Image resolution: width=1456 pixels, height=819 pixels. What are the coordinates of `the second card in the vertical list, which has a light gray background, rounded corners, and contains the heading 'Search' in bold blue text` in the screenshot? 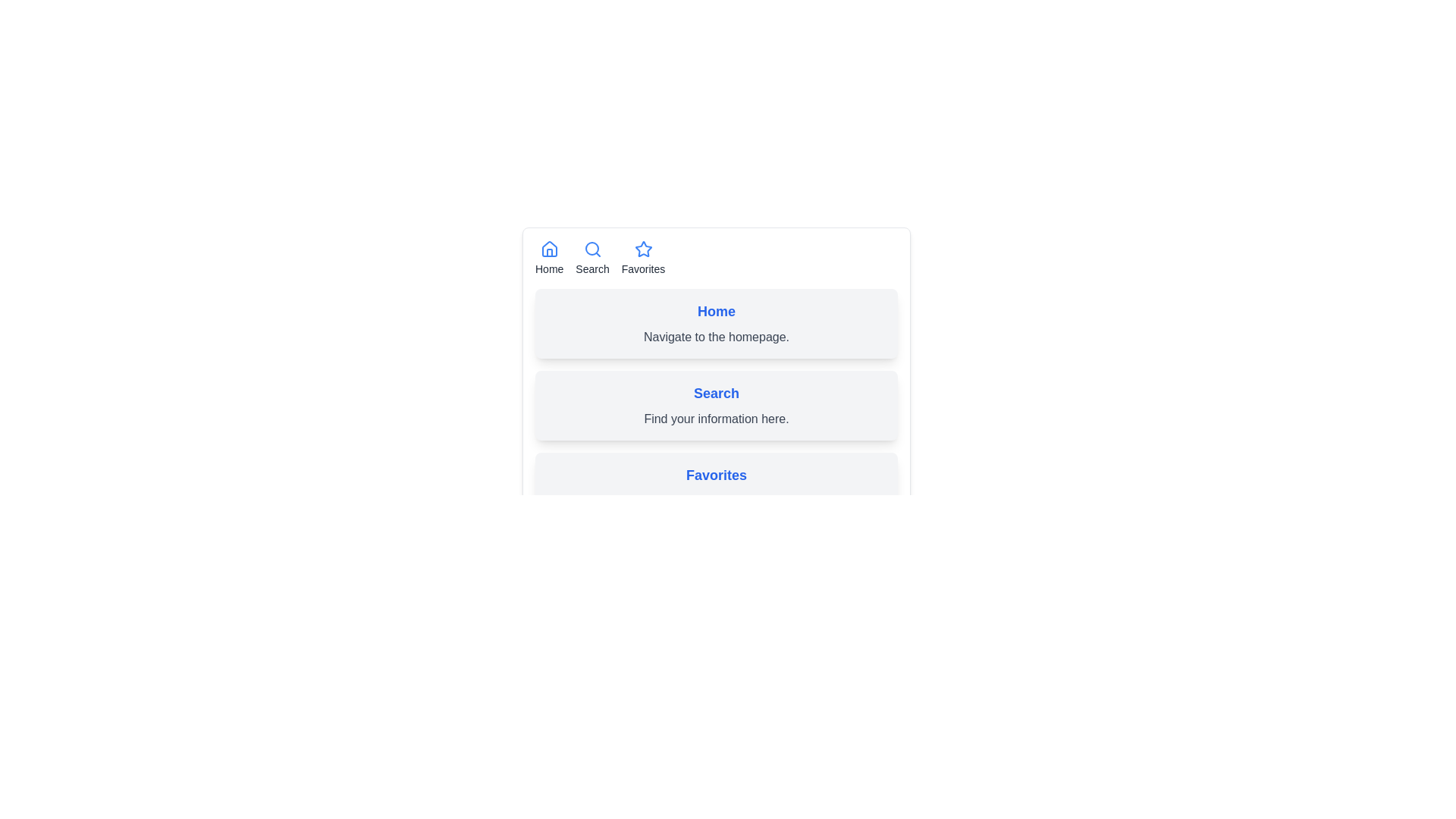 It's located at (716, 405).